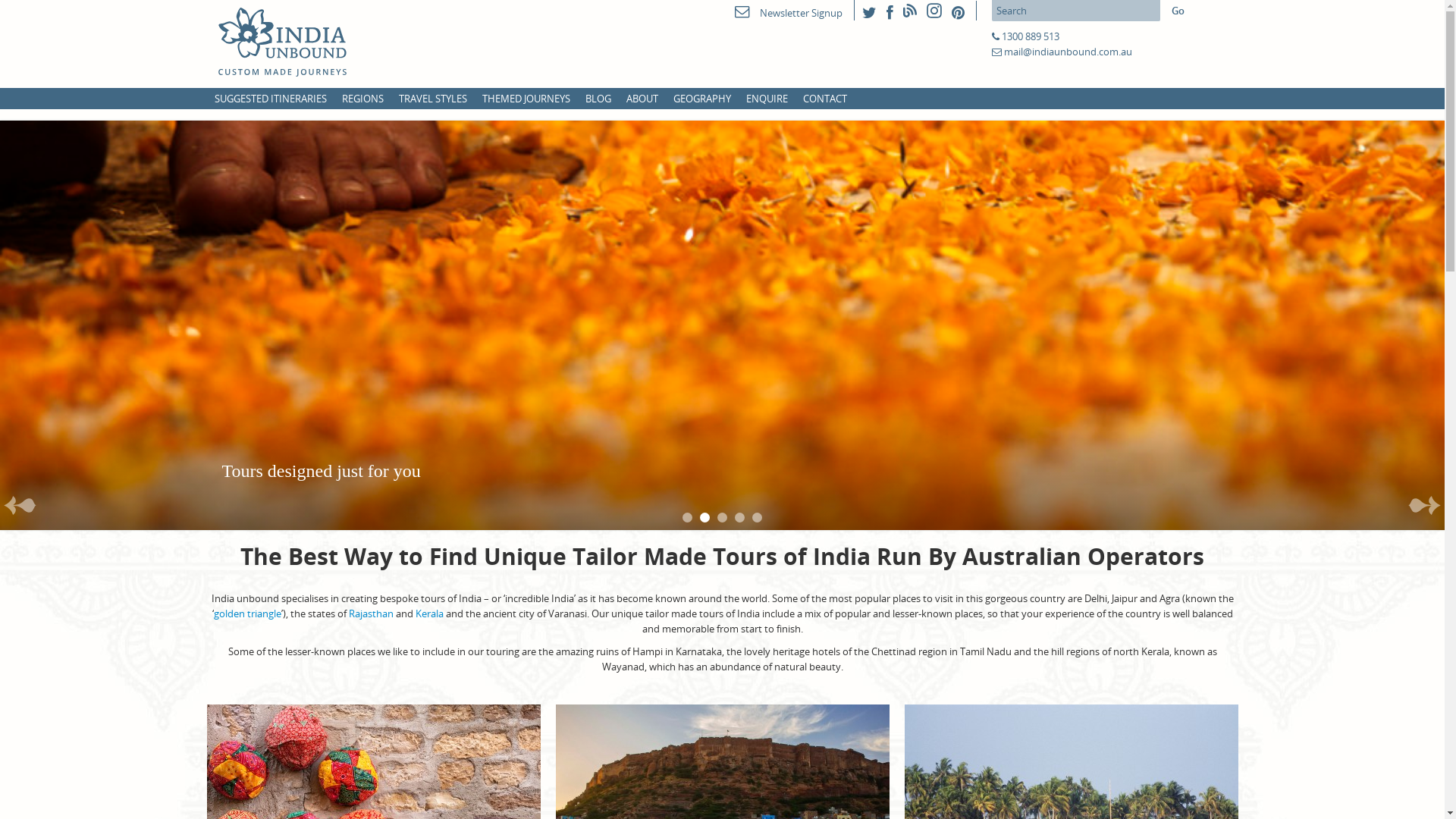 Image resolution: width=1456 pixels, height=819 pixels. Describe the element at coordinates (428, 613) in the screenshot. I see `'Kerala'` at that location.